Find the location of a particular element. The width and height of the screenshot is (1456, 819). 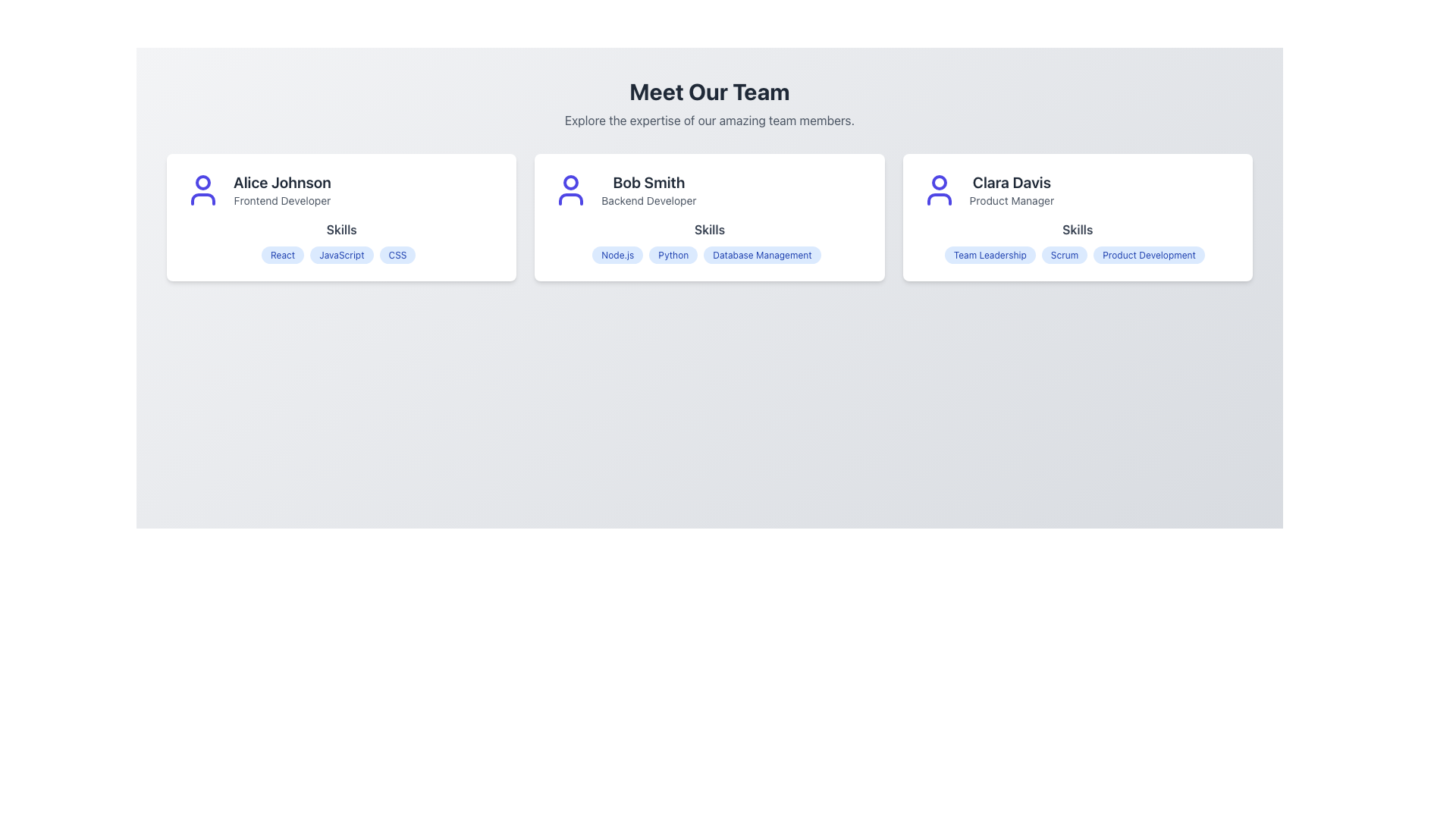

a specific skill within the Label Group displaying skills associated with Clara Davis is located at coordinates (1076, 241).